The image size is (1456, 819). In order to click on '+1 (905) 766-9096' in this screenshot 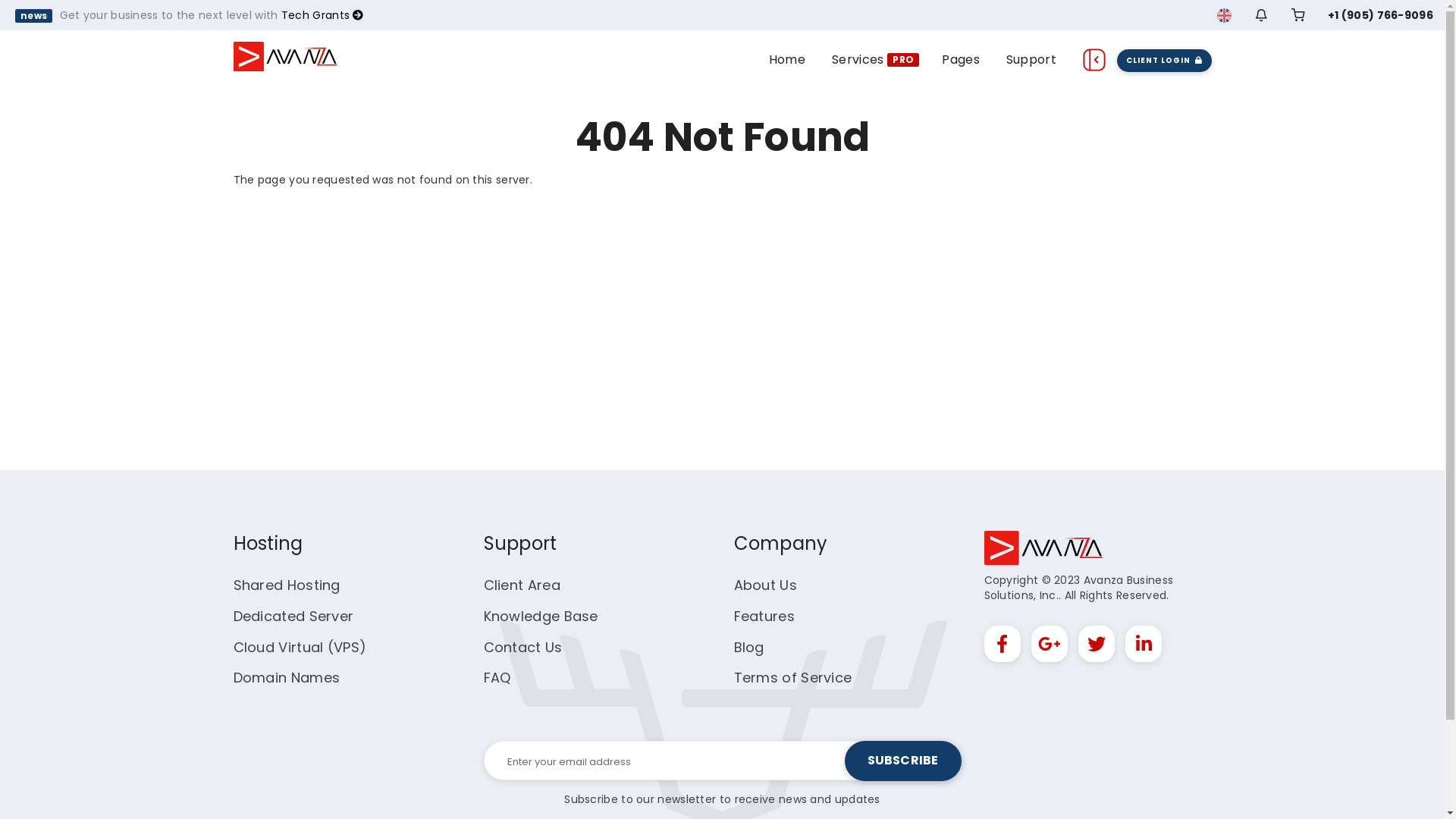, I will do `click(1380, 14)`.